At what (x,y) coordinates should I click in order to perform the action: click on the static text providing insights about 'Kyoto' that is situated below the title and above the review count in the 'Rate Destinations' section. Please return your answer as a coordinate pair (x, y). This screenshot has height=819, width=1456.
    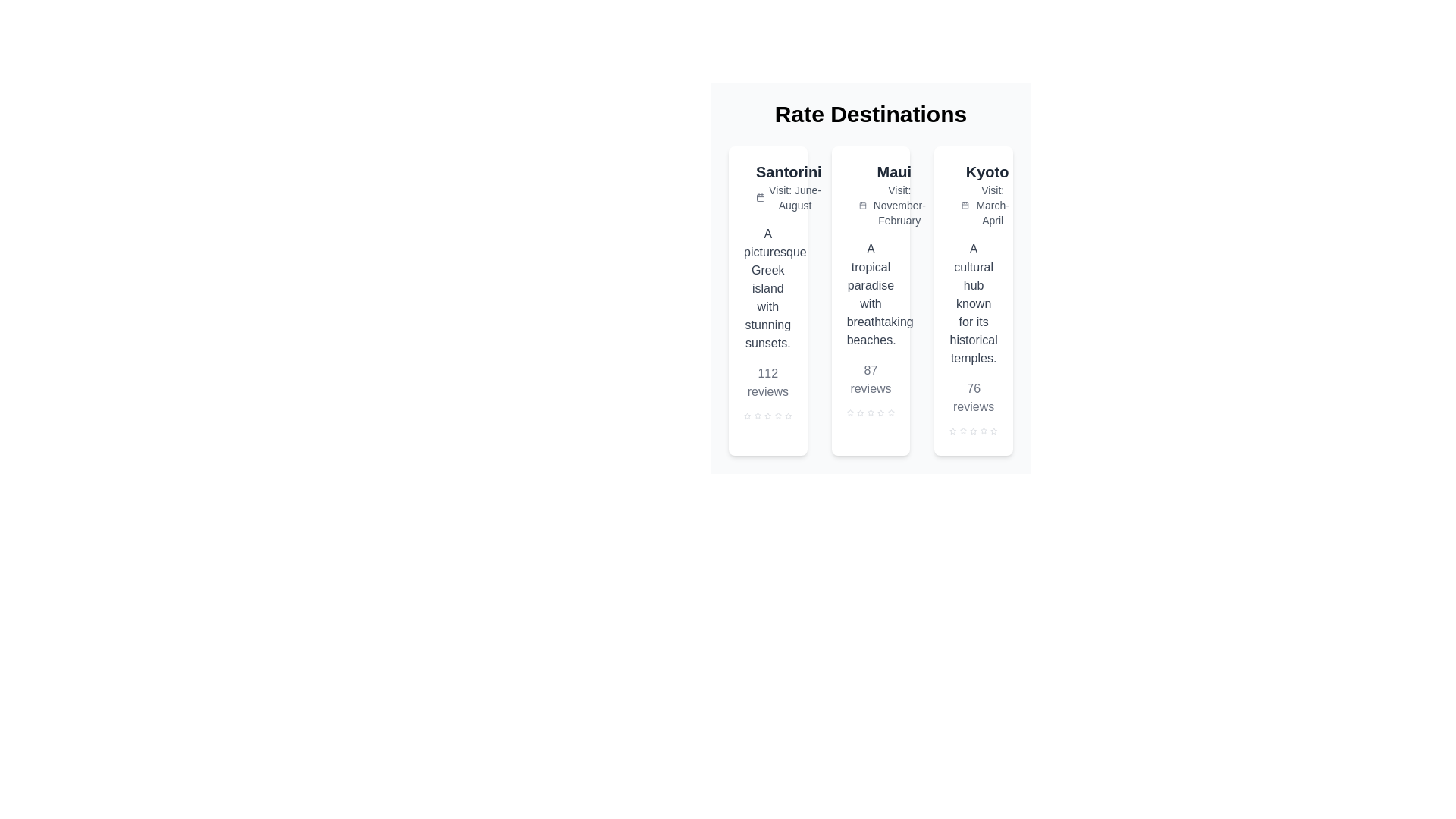
    Looking at the image, I should click on (974, 304).